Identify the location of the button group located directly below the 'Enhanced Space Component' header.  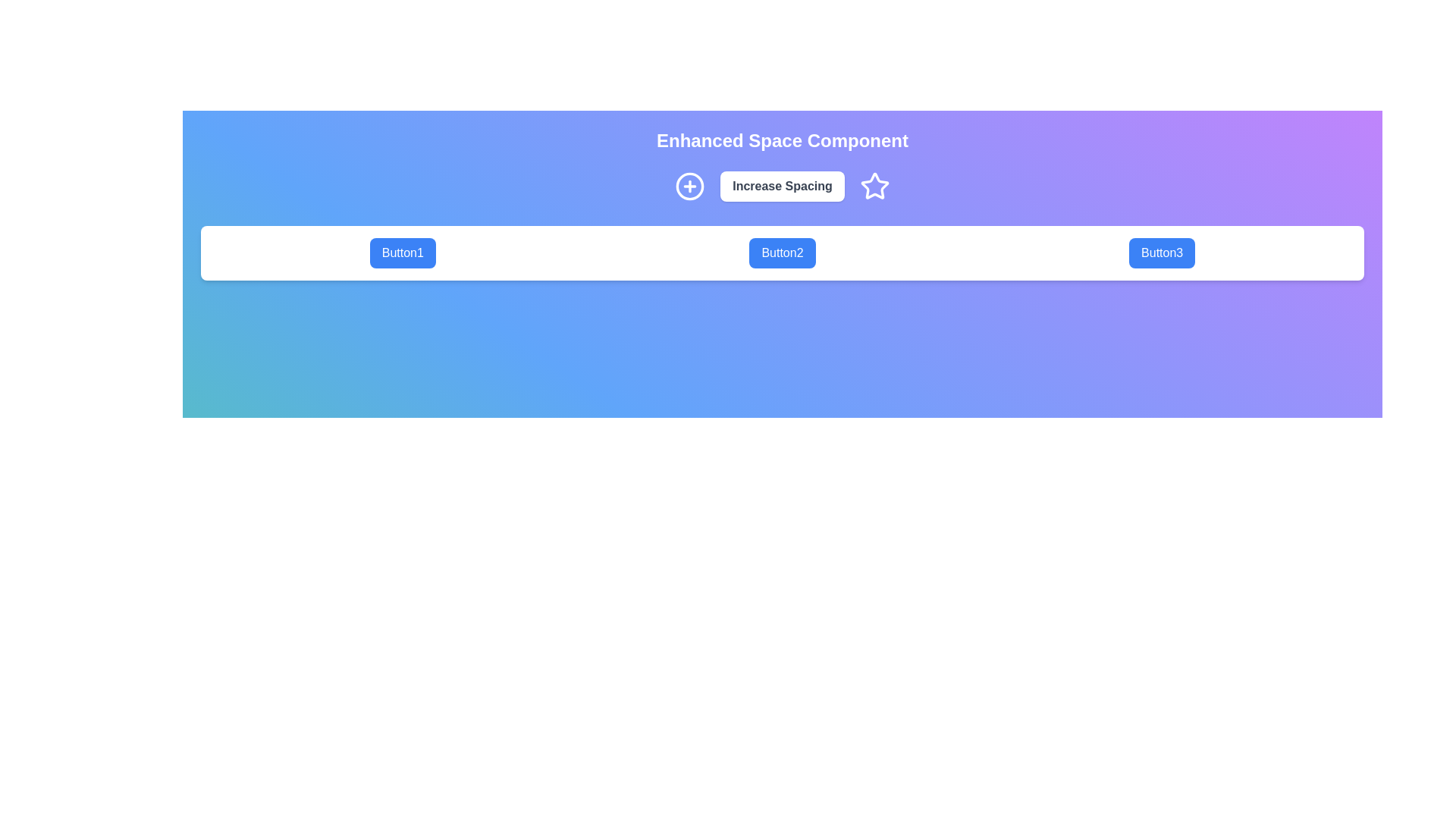
(783, 253).